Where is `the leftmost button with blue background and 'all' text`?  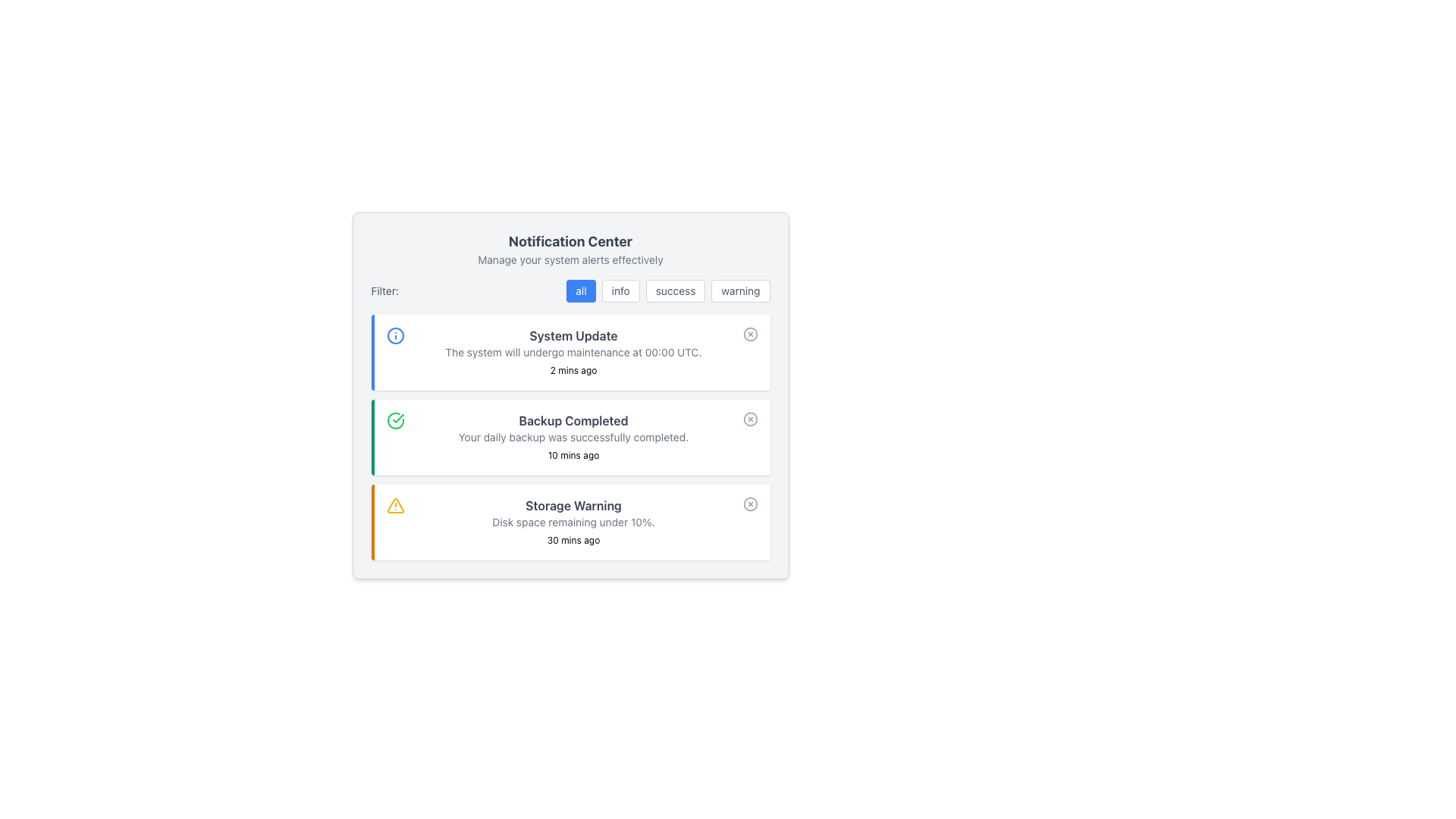
the leftmost button with blue background and 'all' text is located at coordinates (580, 291).